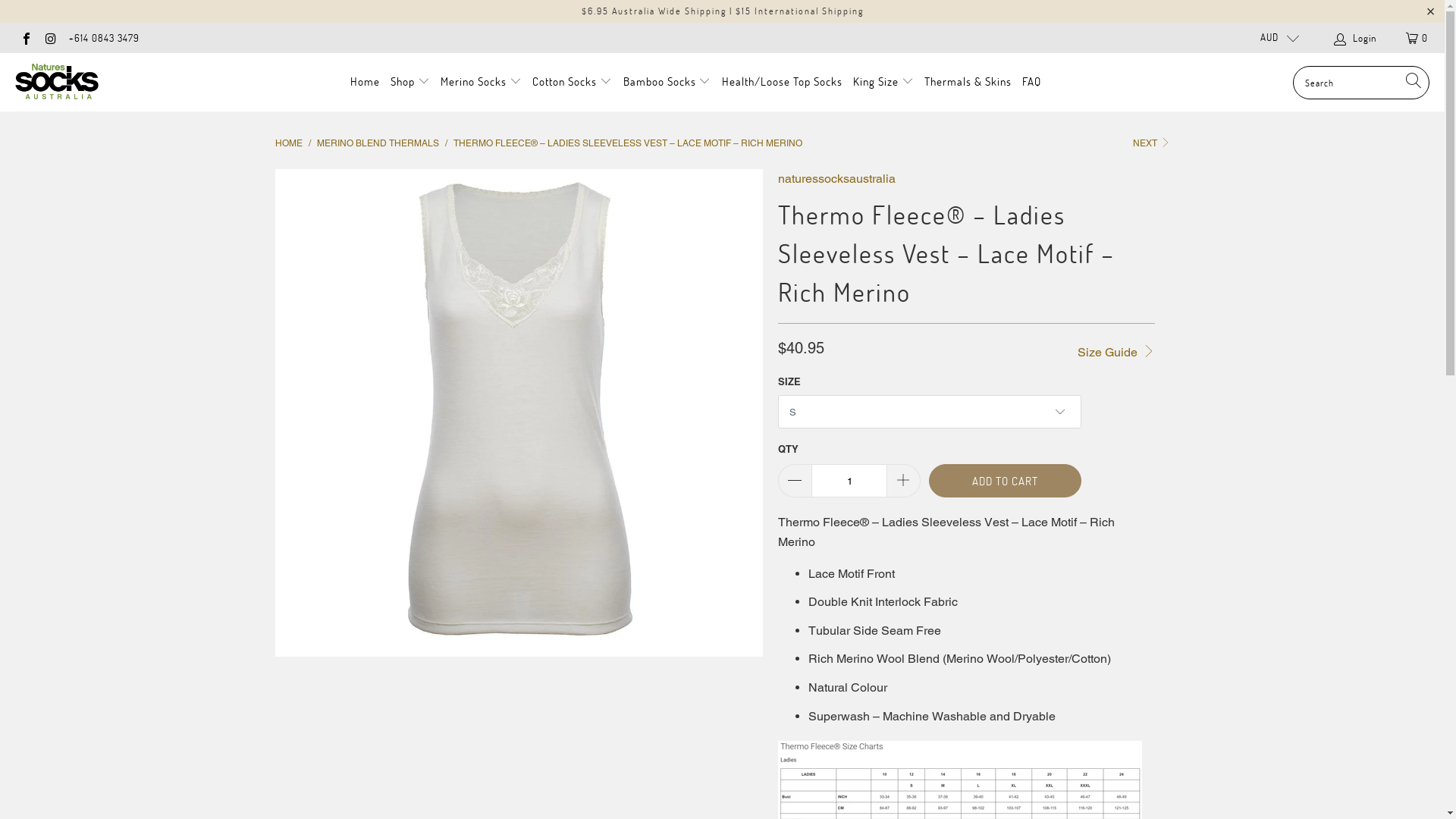 The image size is (1456, 819). I want to click on 'Merino Socks', so click(480, 82).